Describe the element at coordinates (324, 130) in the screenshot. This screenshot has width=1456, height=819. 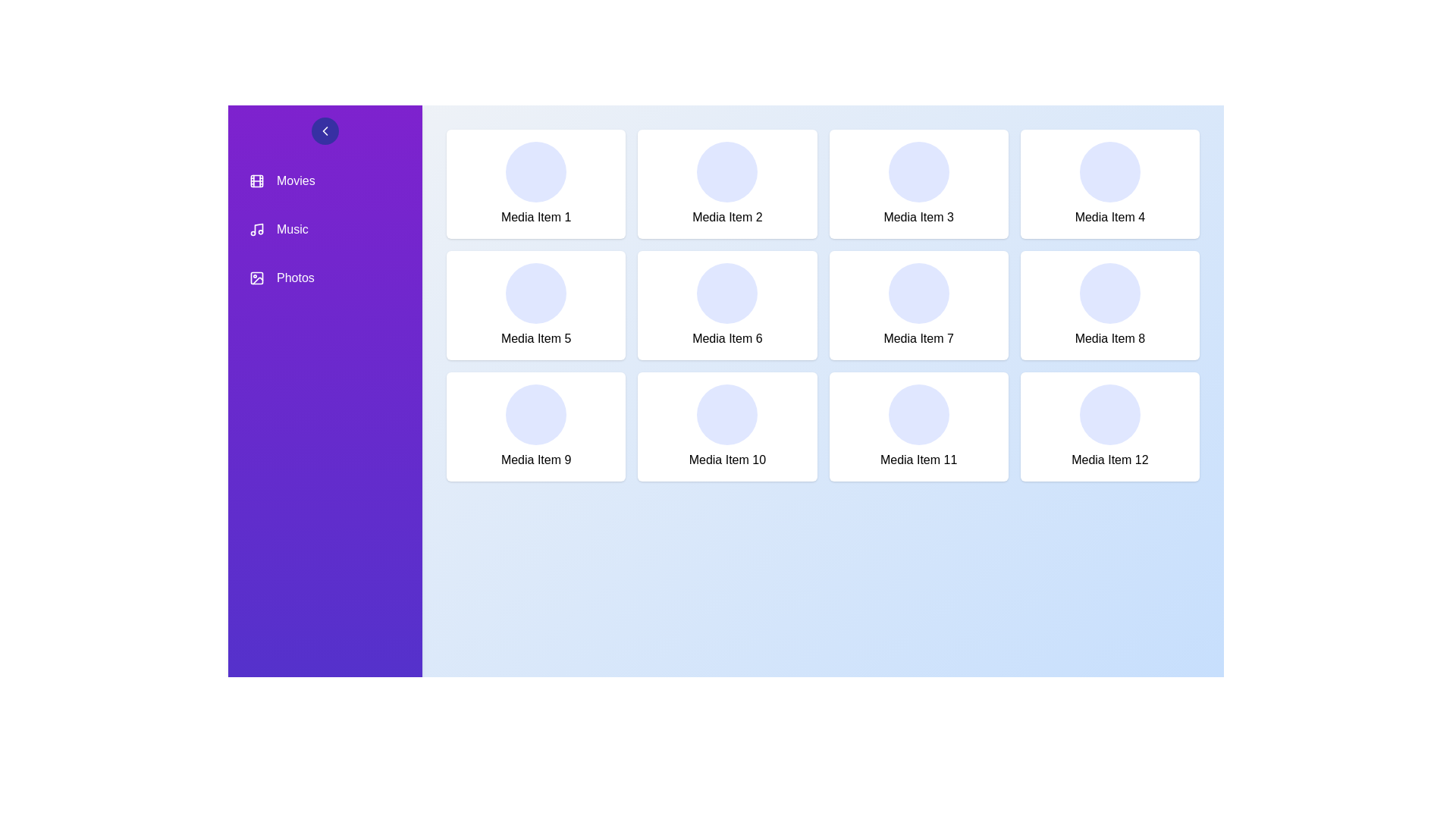
I see `sidebar toggle button to toggle its visibility` at that location.